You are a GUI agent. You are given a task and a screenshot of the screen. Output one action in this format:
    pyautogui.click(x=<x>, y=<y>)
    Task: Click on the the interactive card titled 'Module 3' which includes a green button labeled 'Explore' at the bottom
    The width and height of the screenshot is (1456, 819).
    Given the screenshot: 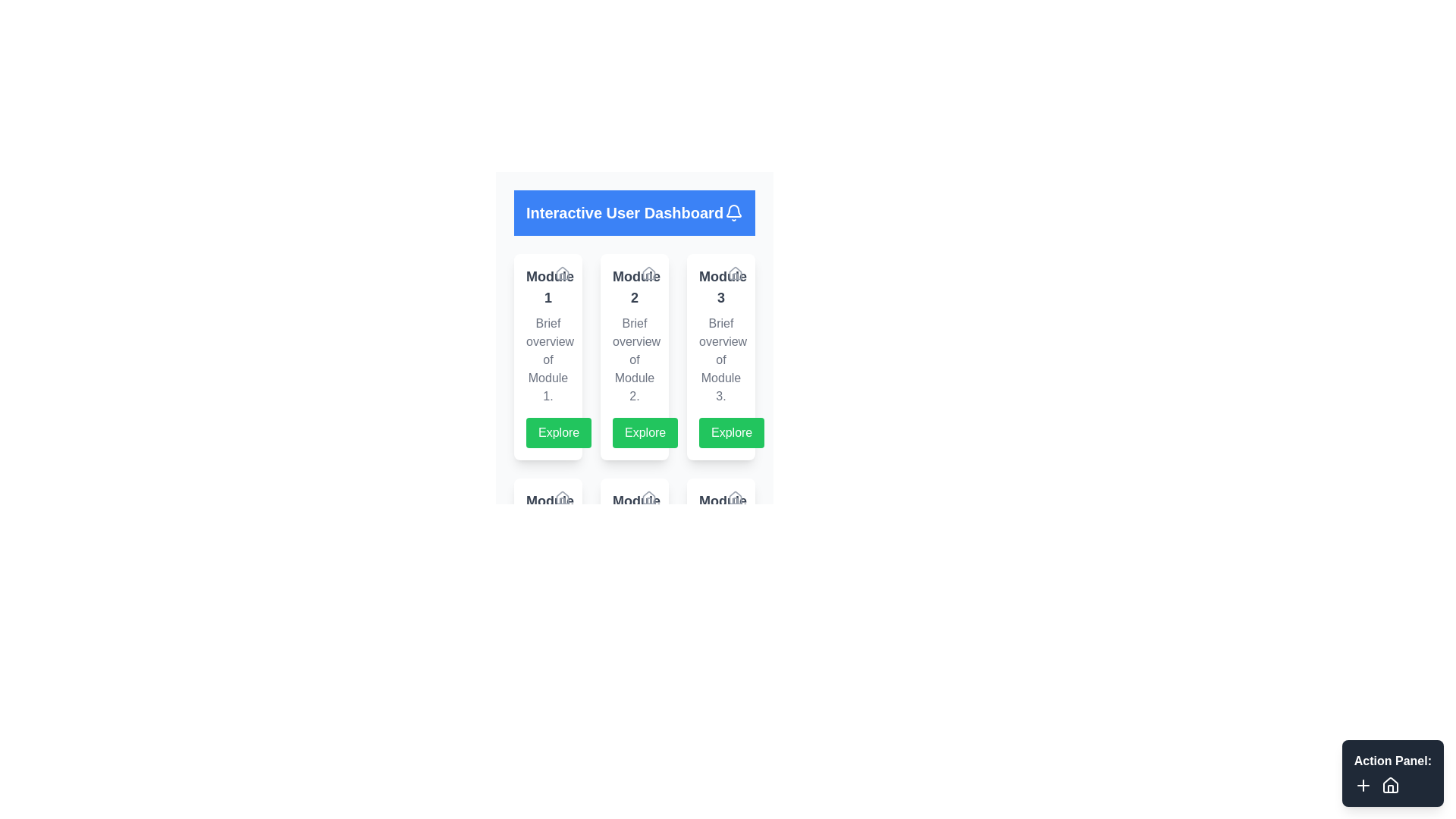 What is the action you would take?
    pyautogui.click(x=720, y=356)
    